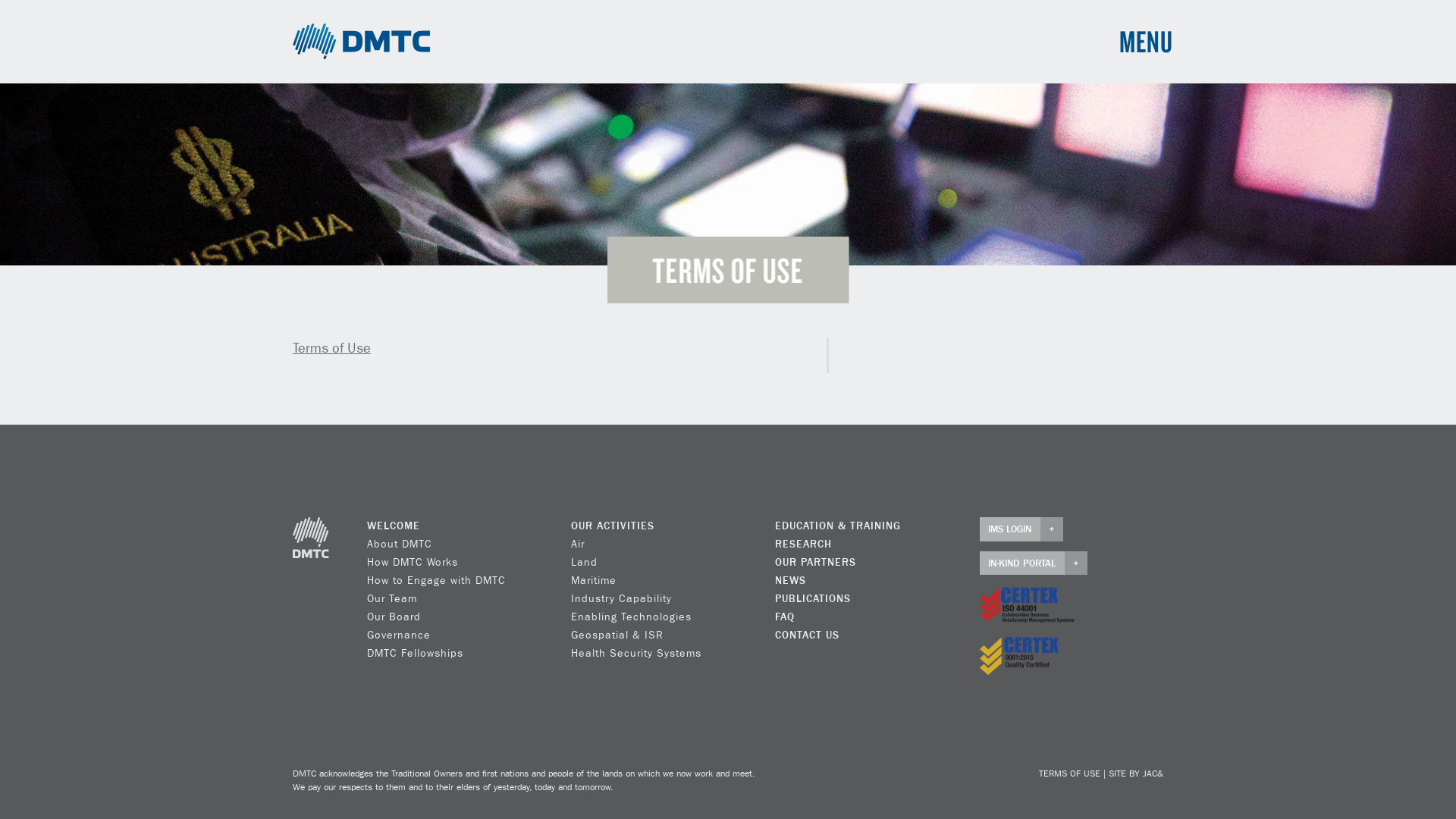  I want to click on 'OUR PARTNERS', so click(814, 562).